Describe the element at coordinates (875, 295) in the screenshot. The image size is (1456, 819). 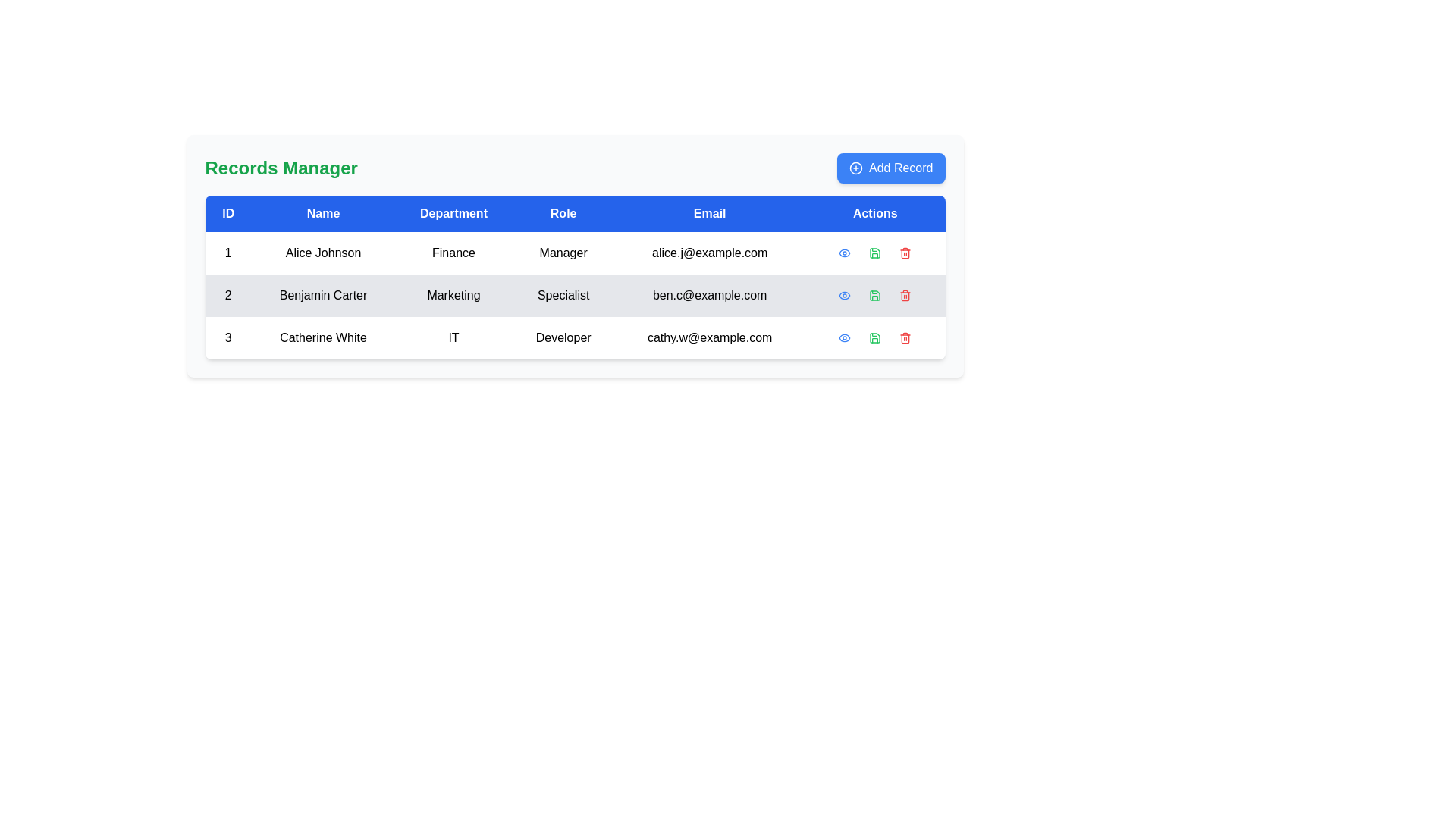
I see `the floppy disk save icon located in the 'Actions' column of the second row of the data table, positioned between the 'Eye' and 'Trash' icons for visual feedback` at that location.